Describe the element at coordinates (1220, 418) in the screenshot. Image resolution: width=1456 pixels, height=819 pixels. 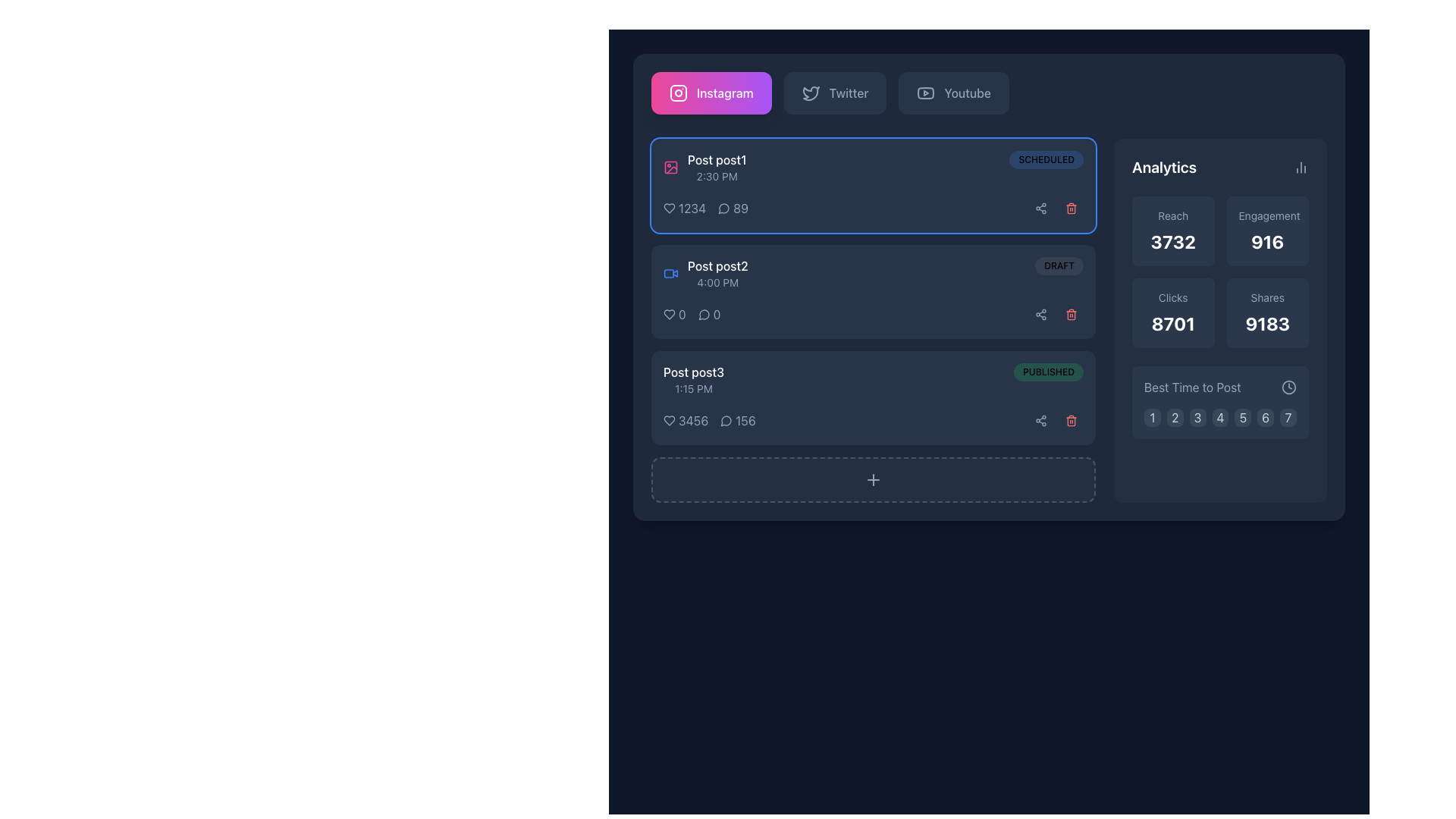
I see `the fourth button in a horizontal sequence of seven buttons under the label 'Best Time to Post'` at that location.